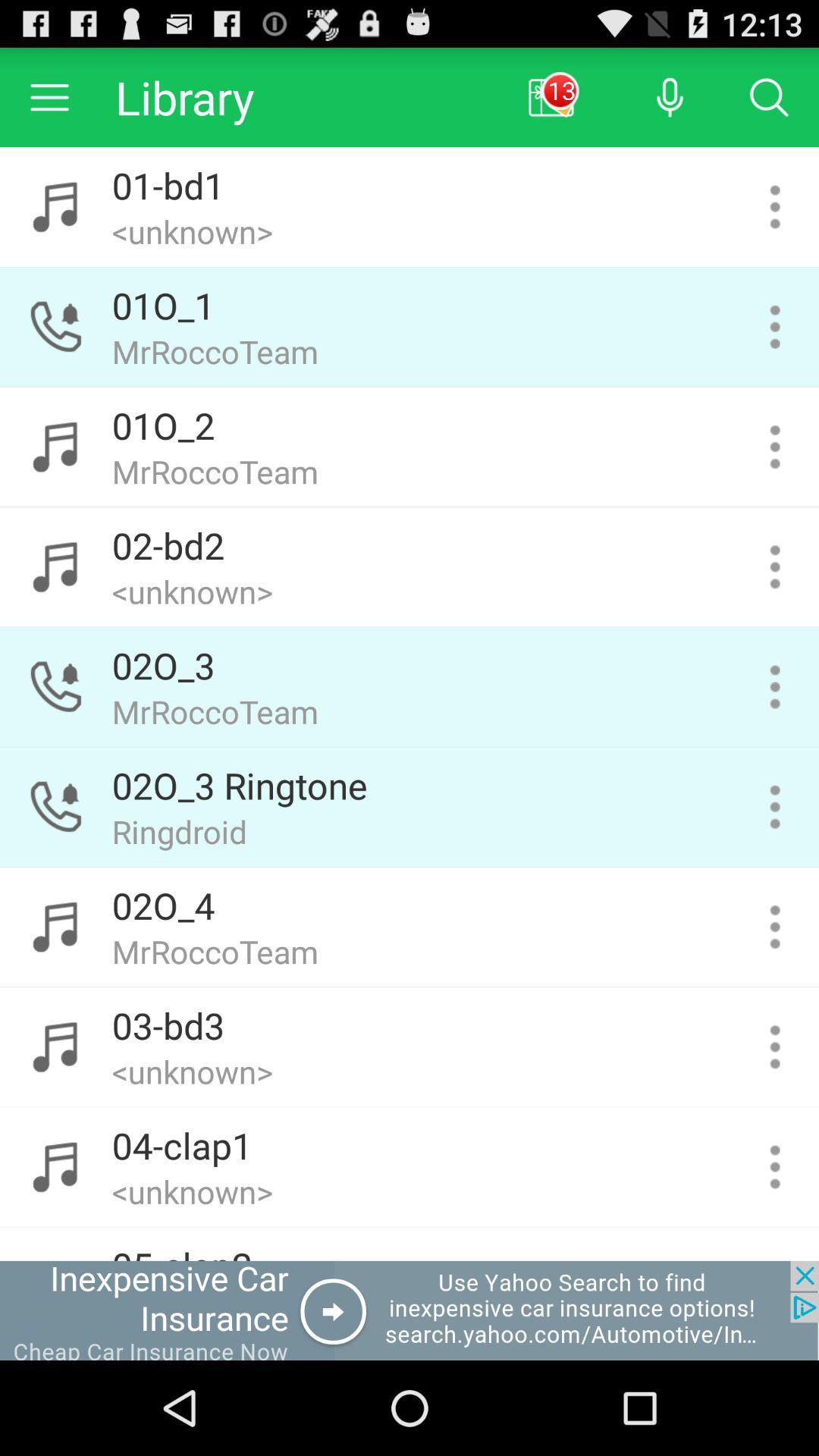 The width and height of the screenshot is (819, 1456). I want to click on get more details, so click(775, 806).